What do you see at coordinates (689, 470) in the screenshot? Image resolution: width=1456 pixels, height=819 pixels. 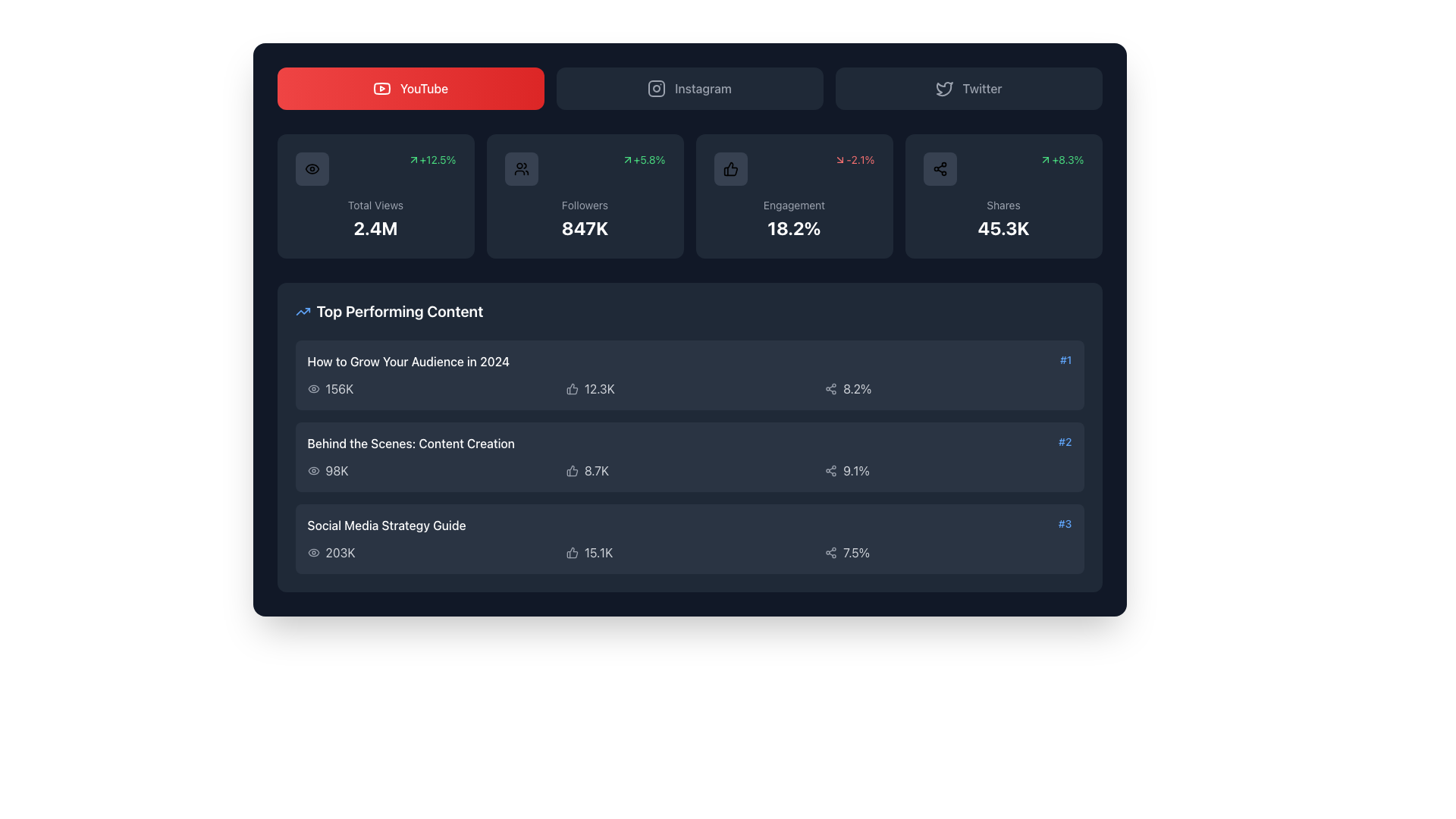 I see `the second item in the grid layout that presents the numerical value '8.7K', located between '98K' and '9.1%' in the content section titled 'Top Performing Content'` at bounding box center [689, 470].